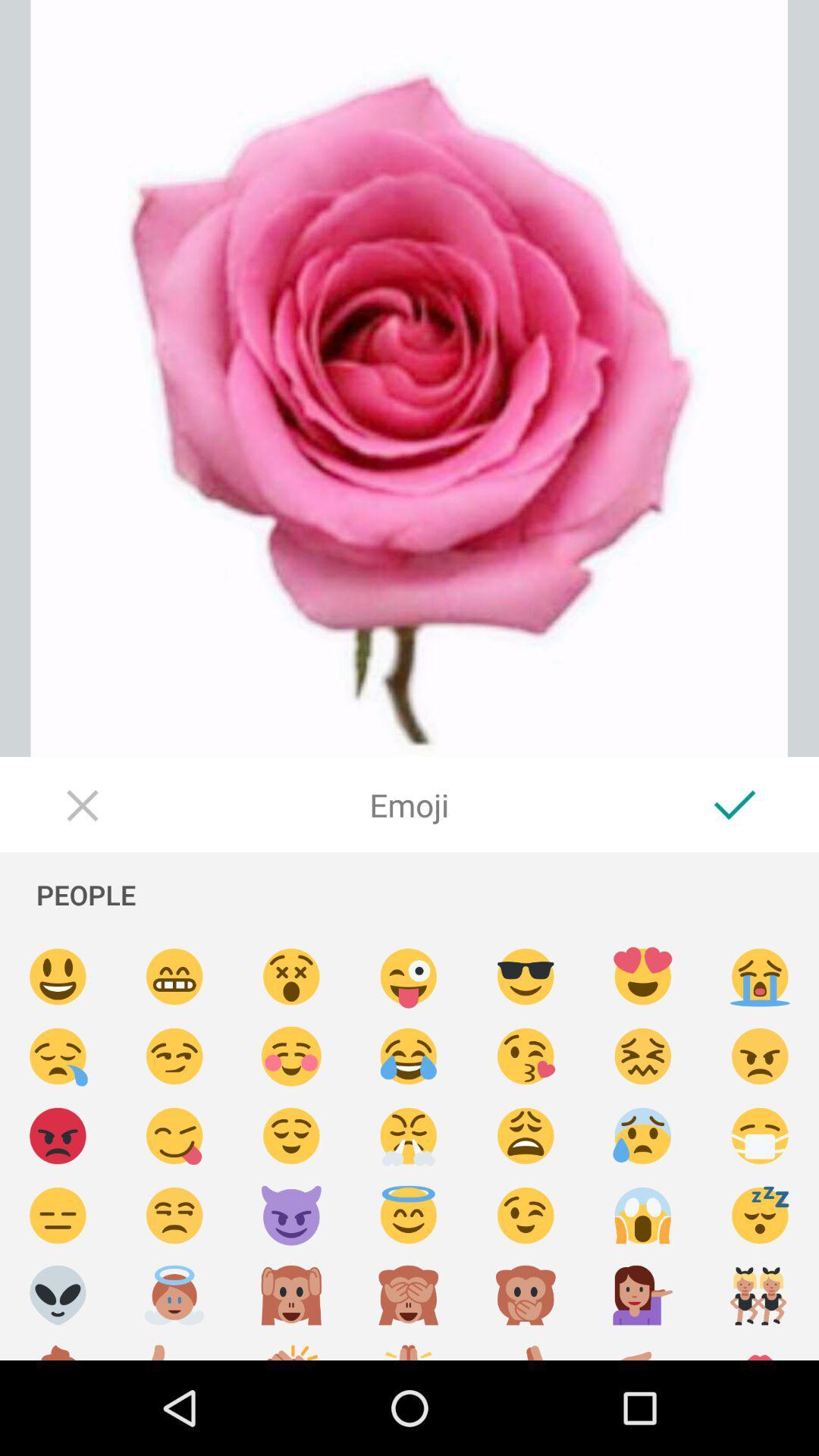 The width and height of the screenshot is (819, 1456). Describe the element at coordinates (760, 977) in the screenshot. I see `an emoji` at that location.